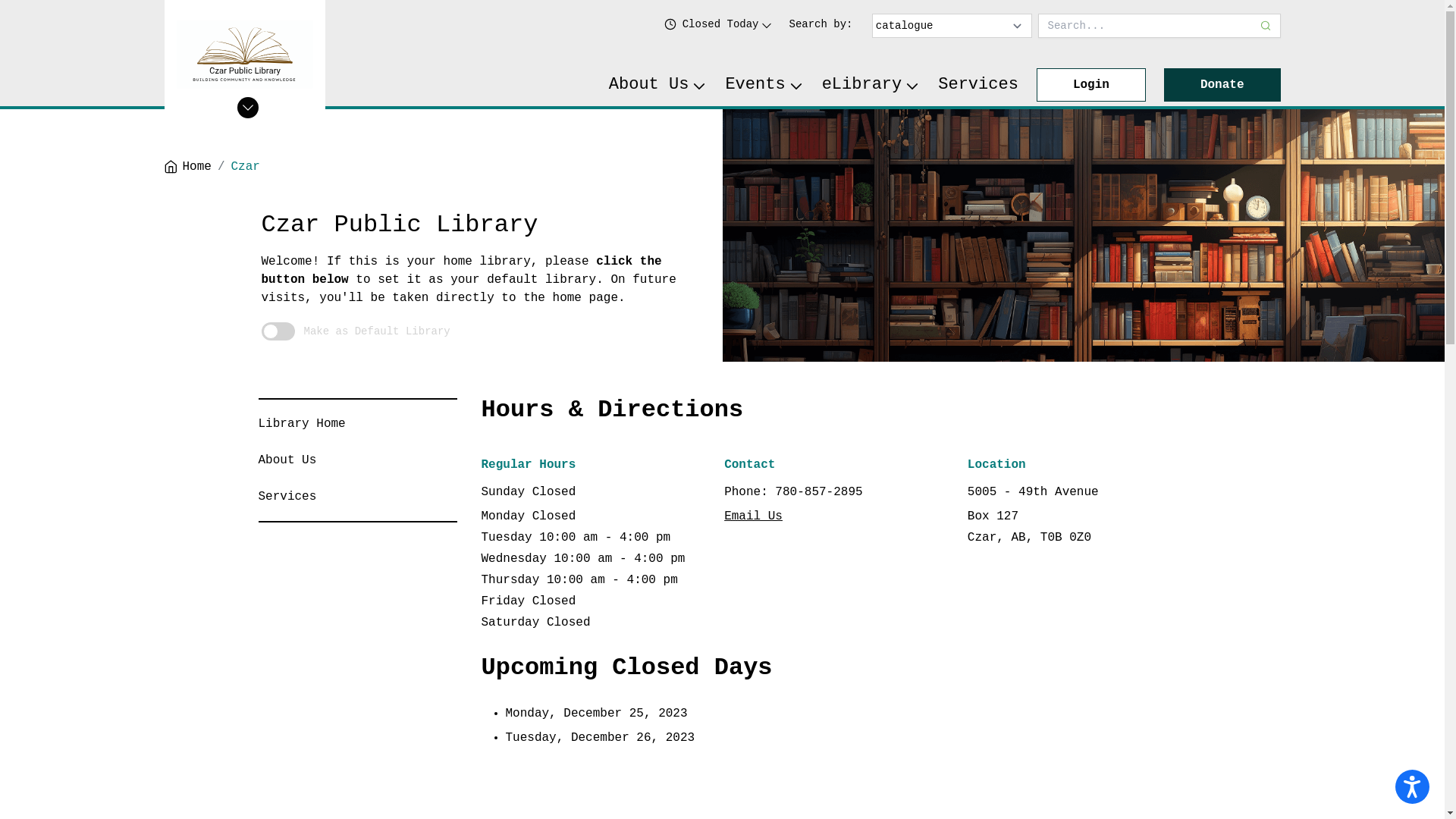  I want to click on 'eLibrary', so click(871, 84).